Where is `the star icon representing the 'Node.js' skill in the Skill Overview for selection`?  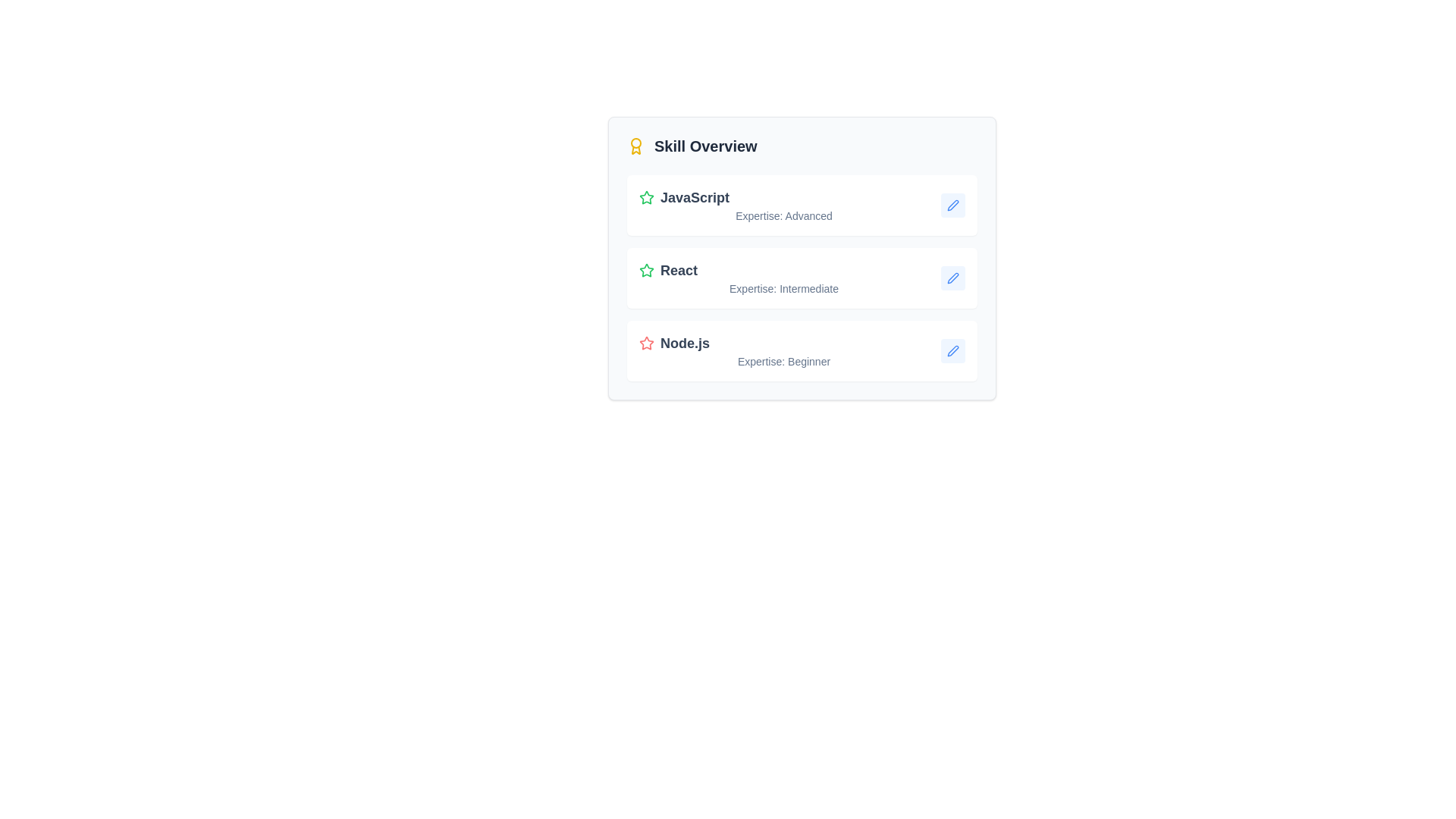 the star icon representing the 'Node.js' skill in the Skill Overview for selection is located at coordinates (647, 343).